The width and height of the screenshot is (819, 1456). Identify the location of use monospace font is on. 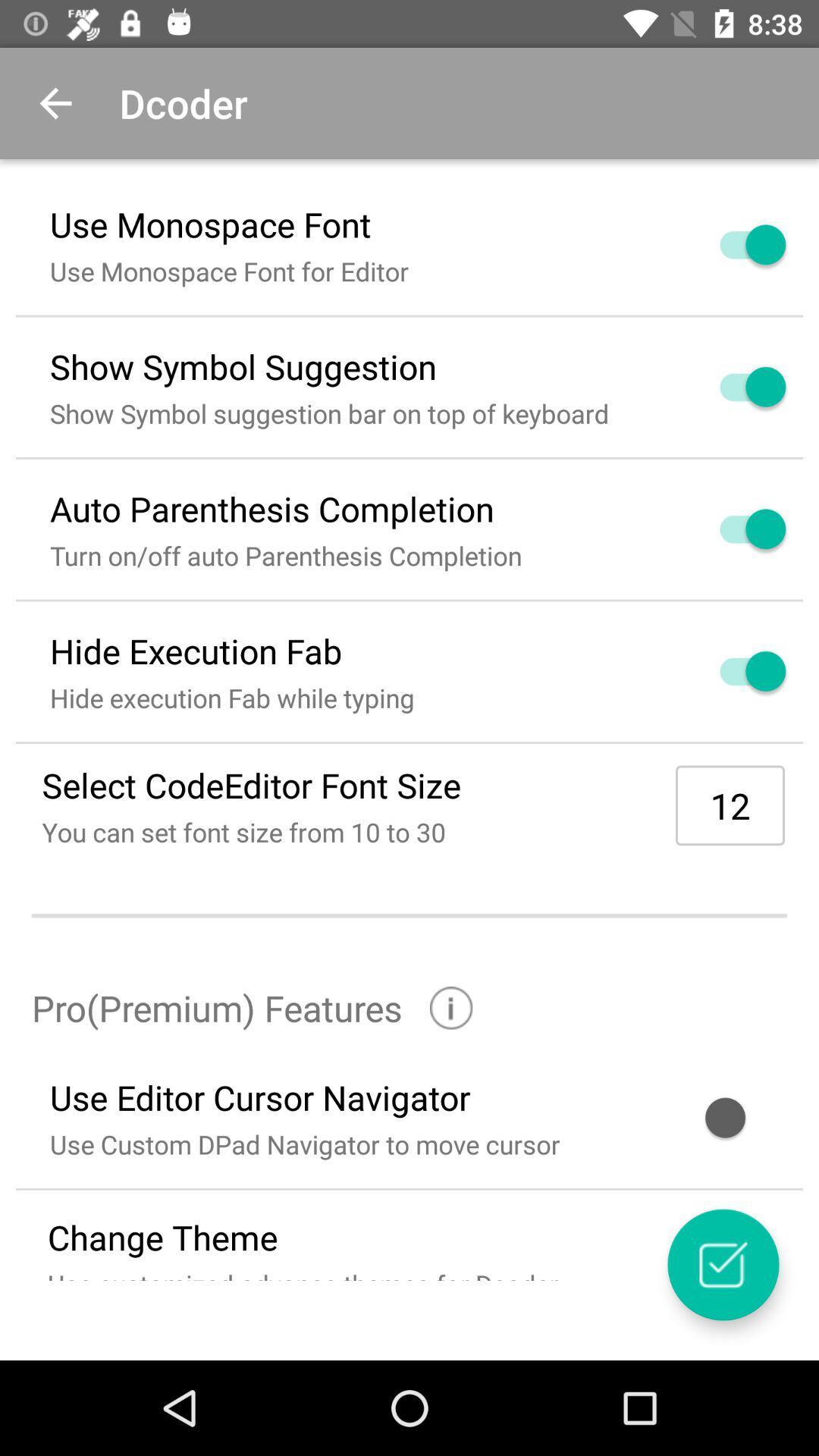
(734, 244).